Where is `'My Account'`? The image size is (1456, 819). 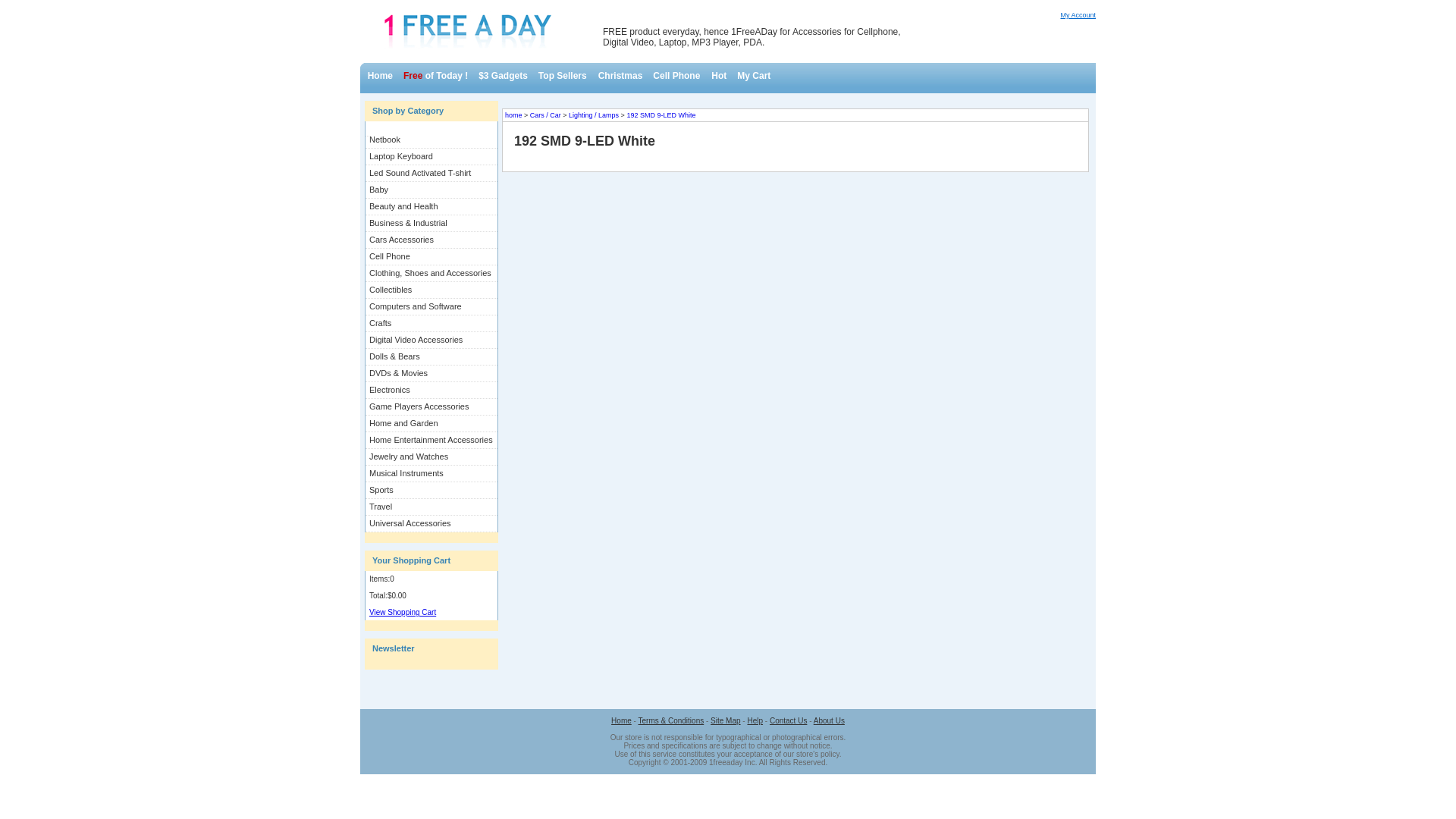 'My Account' is located at coordinates (1077, 14).